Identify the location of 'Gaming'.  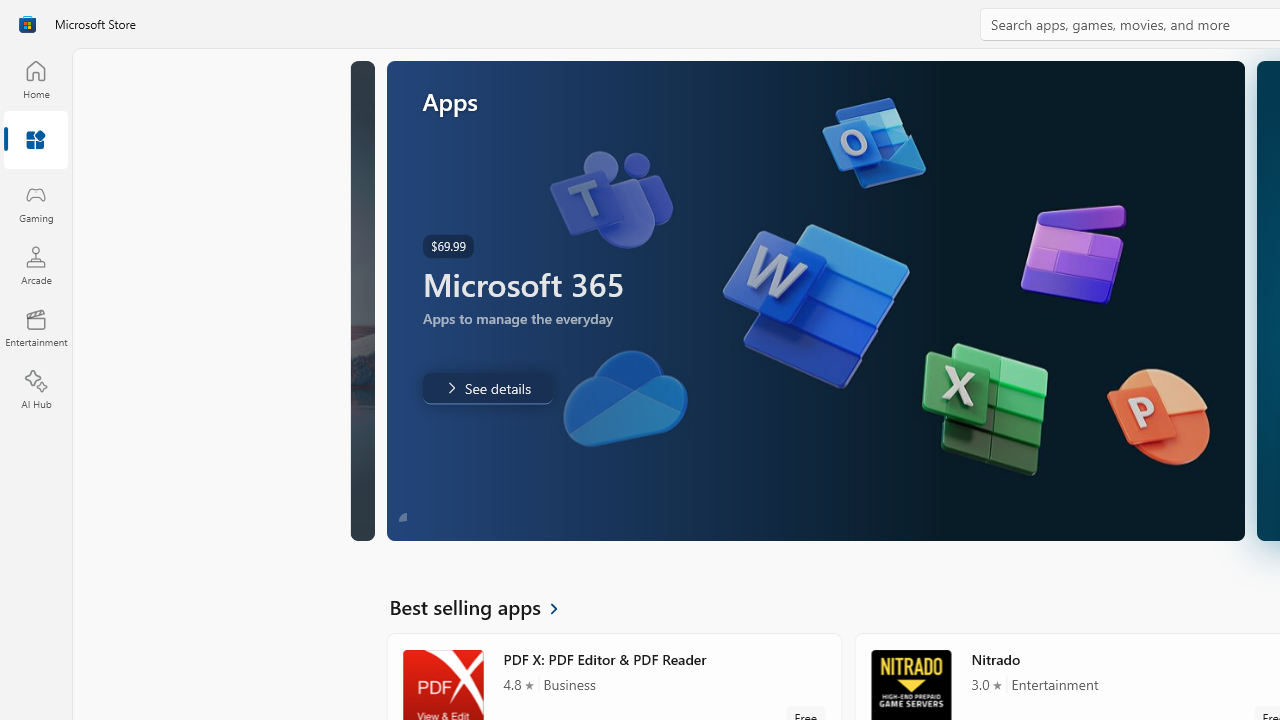
(35, 203).